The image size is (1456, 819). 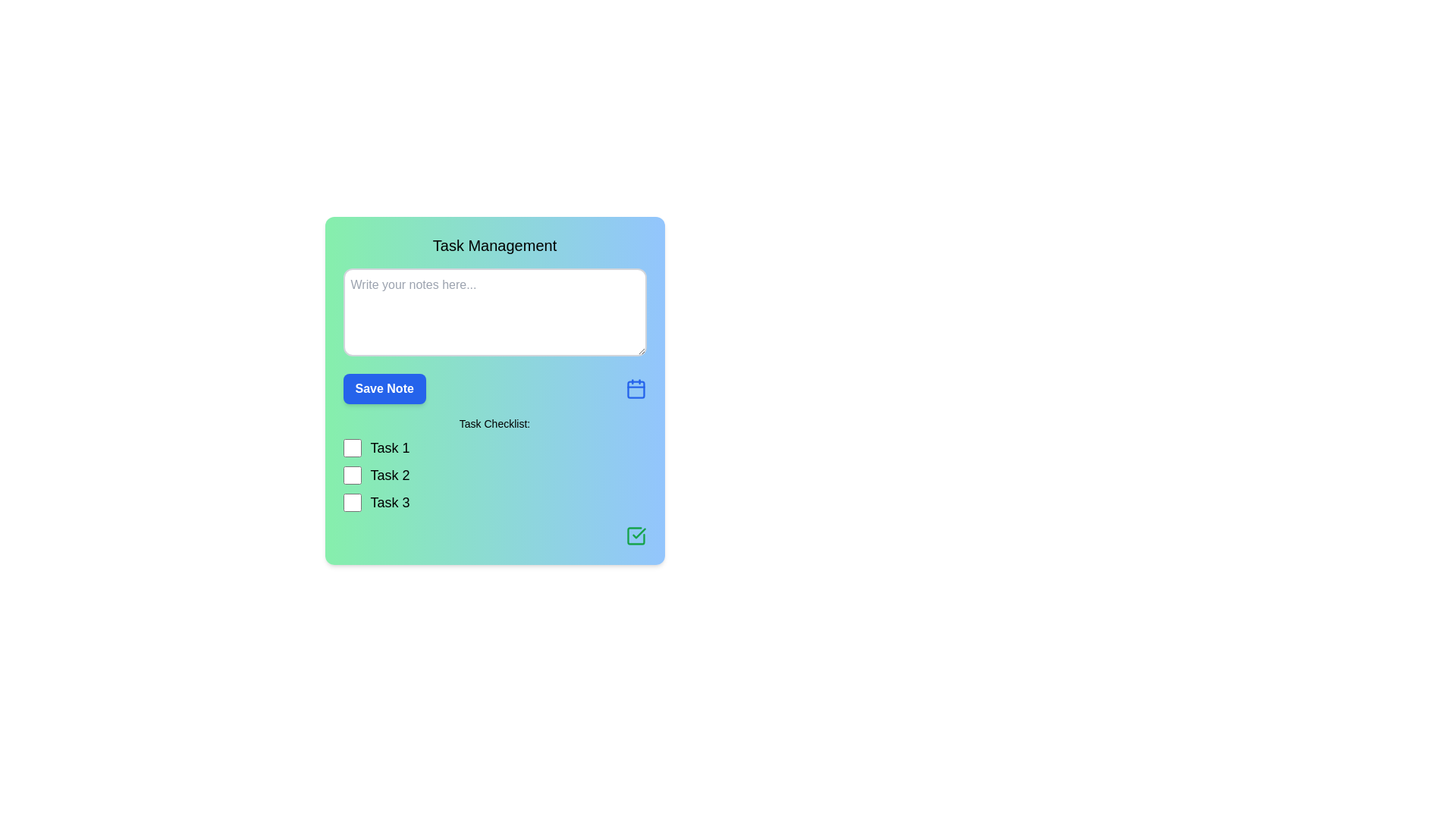 I want to click on the 'Task 1' text label, which is displayed in black and is aligned to the right of a small checkbox in the checklist layout, so click(x=390, y=447).